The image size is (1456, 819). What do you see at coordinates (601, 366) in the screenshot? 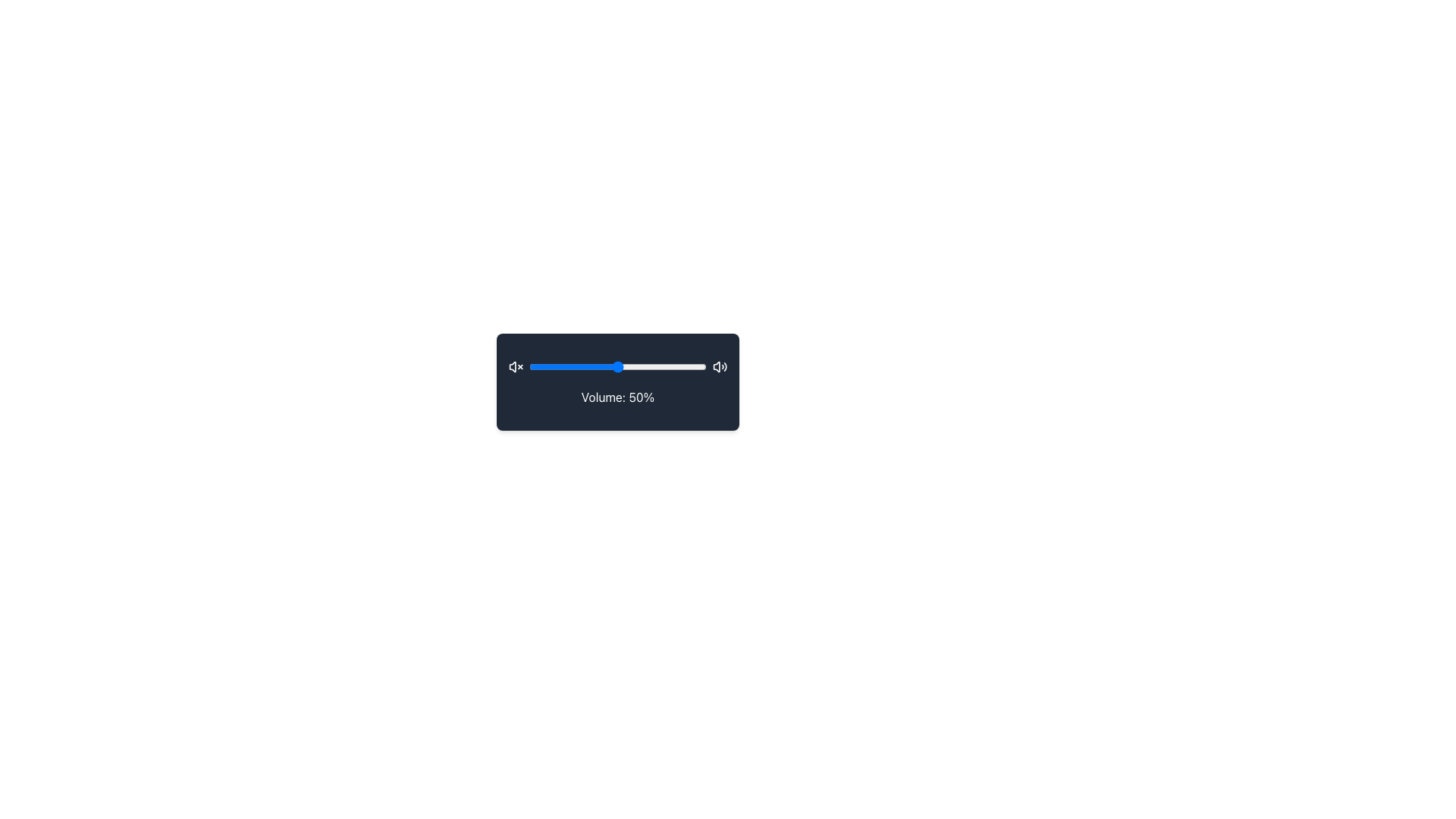
I see `the volume` at bounding box center [601, 366].